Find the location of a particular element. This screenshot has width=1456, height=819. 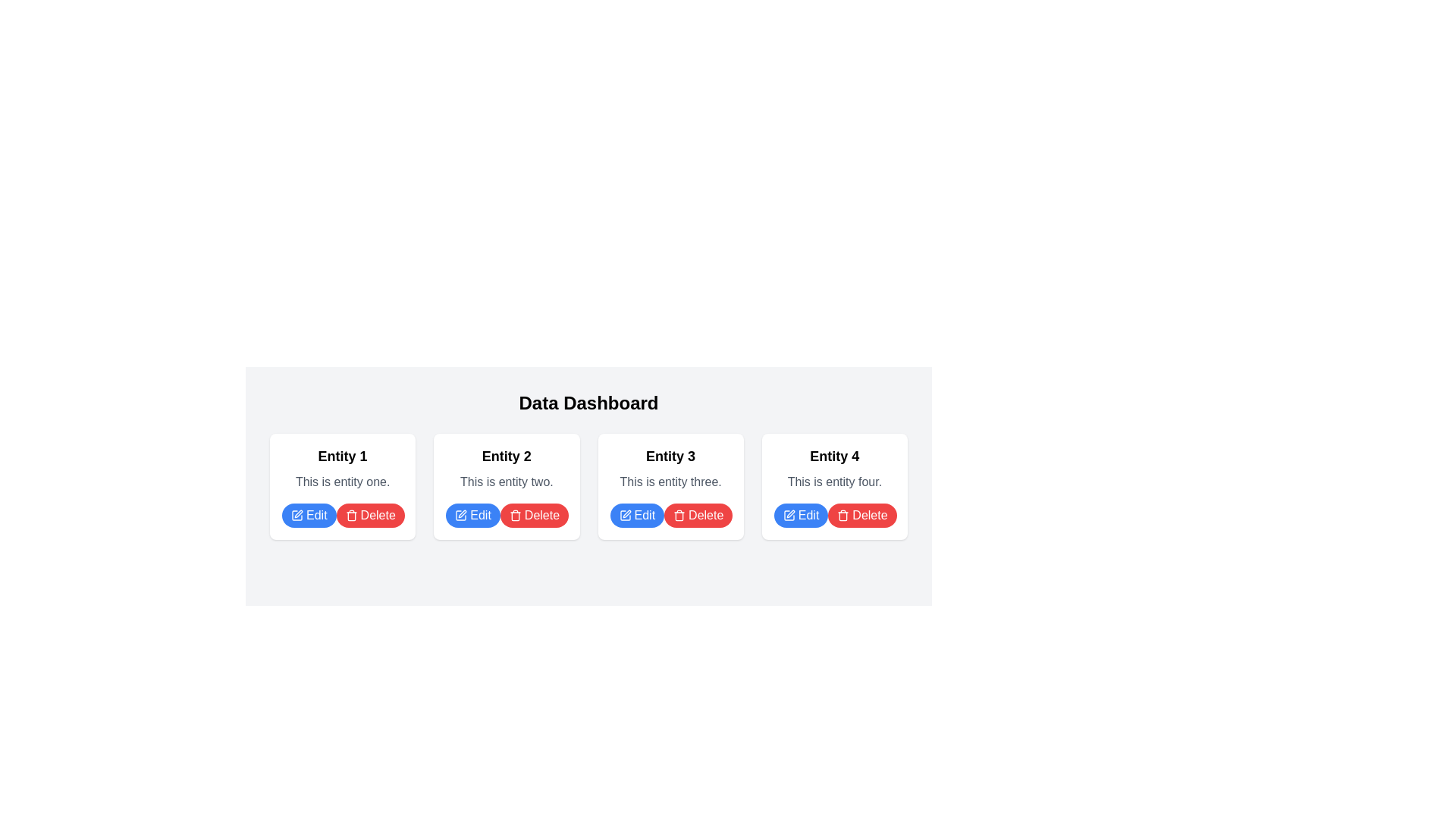

text label that serves as the title of the fourth card in the collection, located at the top of the card beneath the 'Data Dashboard' heading is located at coordinates (833, 455).